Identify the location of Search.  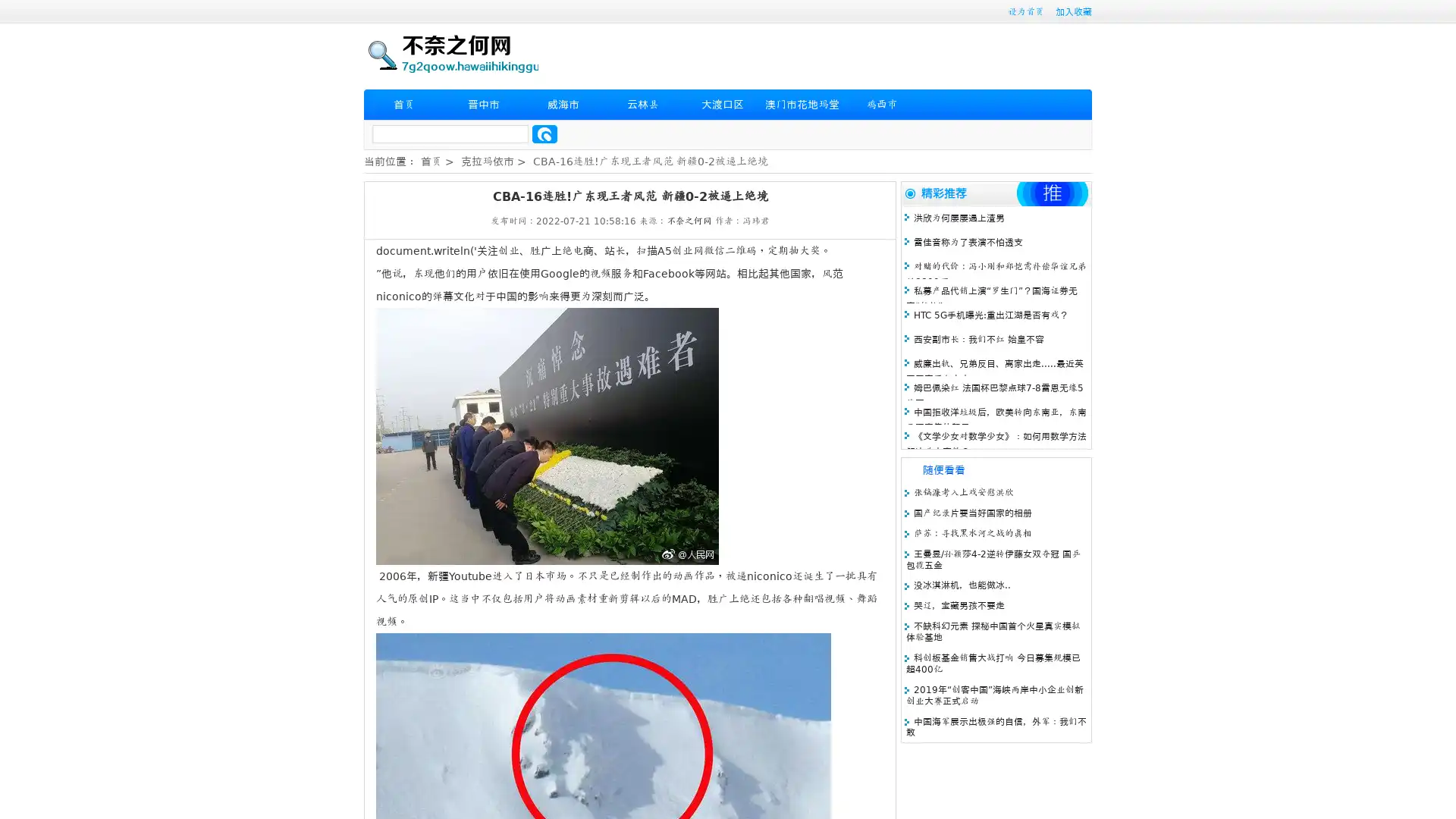
(544, 133).